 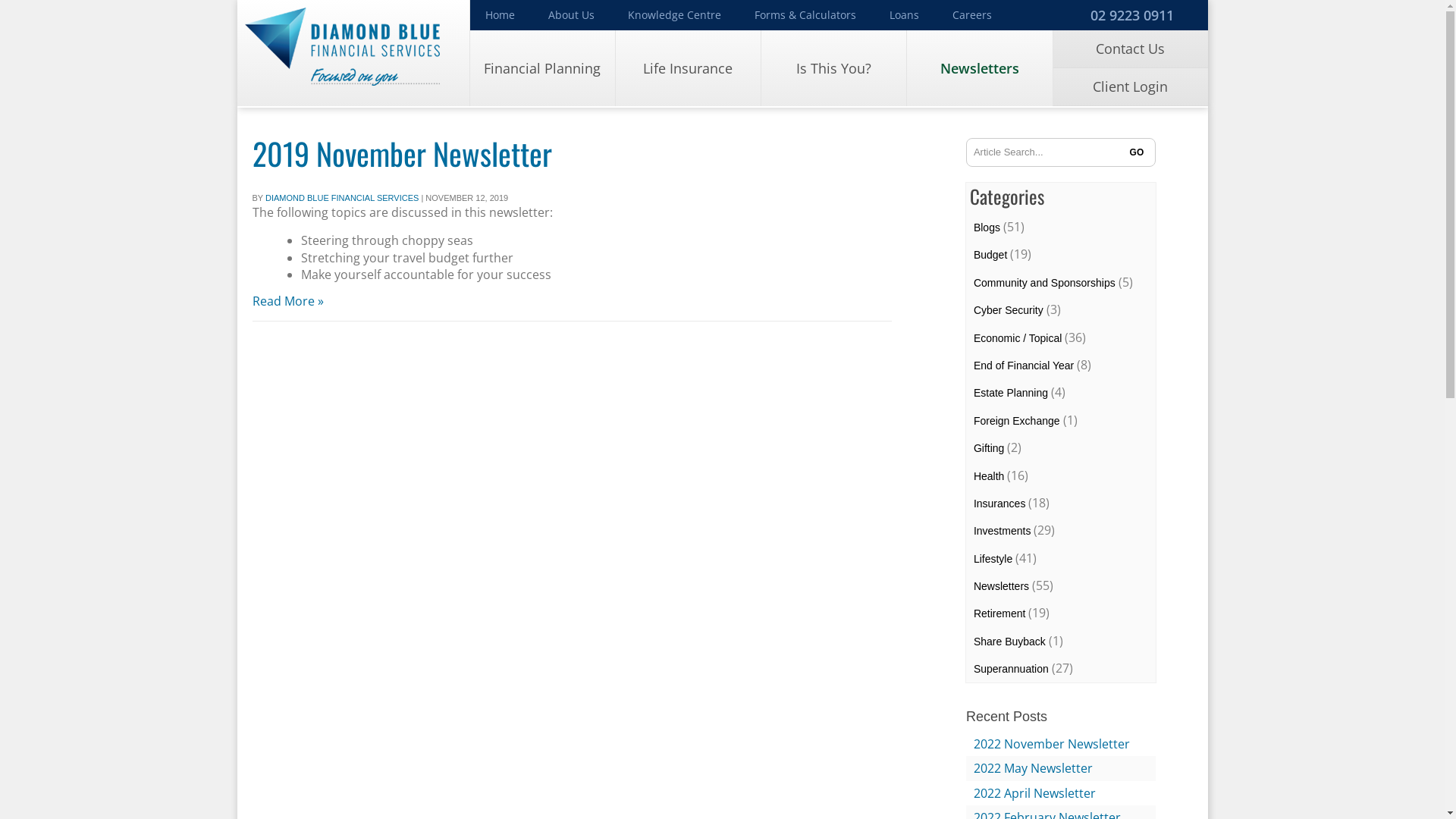 What do you see at coordinates (1023, 366) in the screenshot?
I see `'End of Financial Year'` at bounding box center [1023, 366].